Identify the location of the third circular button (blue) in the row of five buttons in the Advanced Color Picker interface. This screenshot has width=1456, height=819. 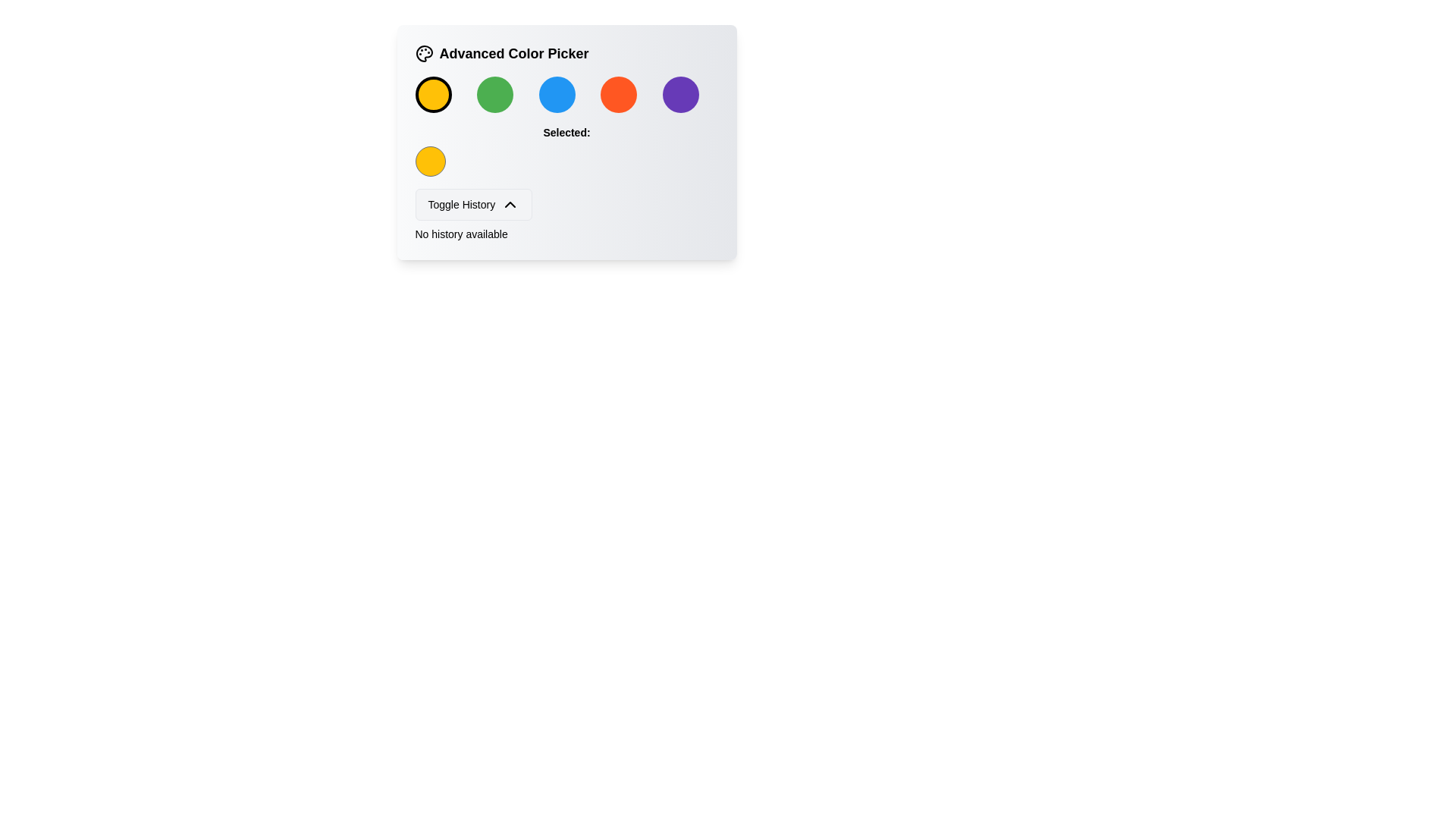
(566, 94).